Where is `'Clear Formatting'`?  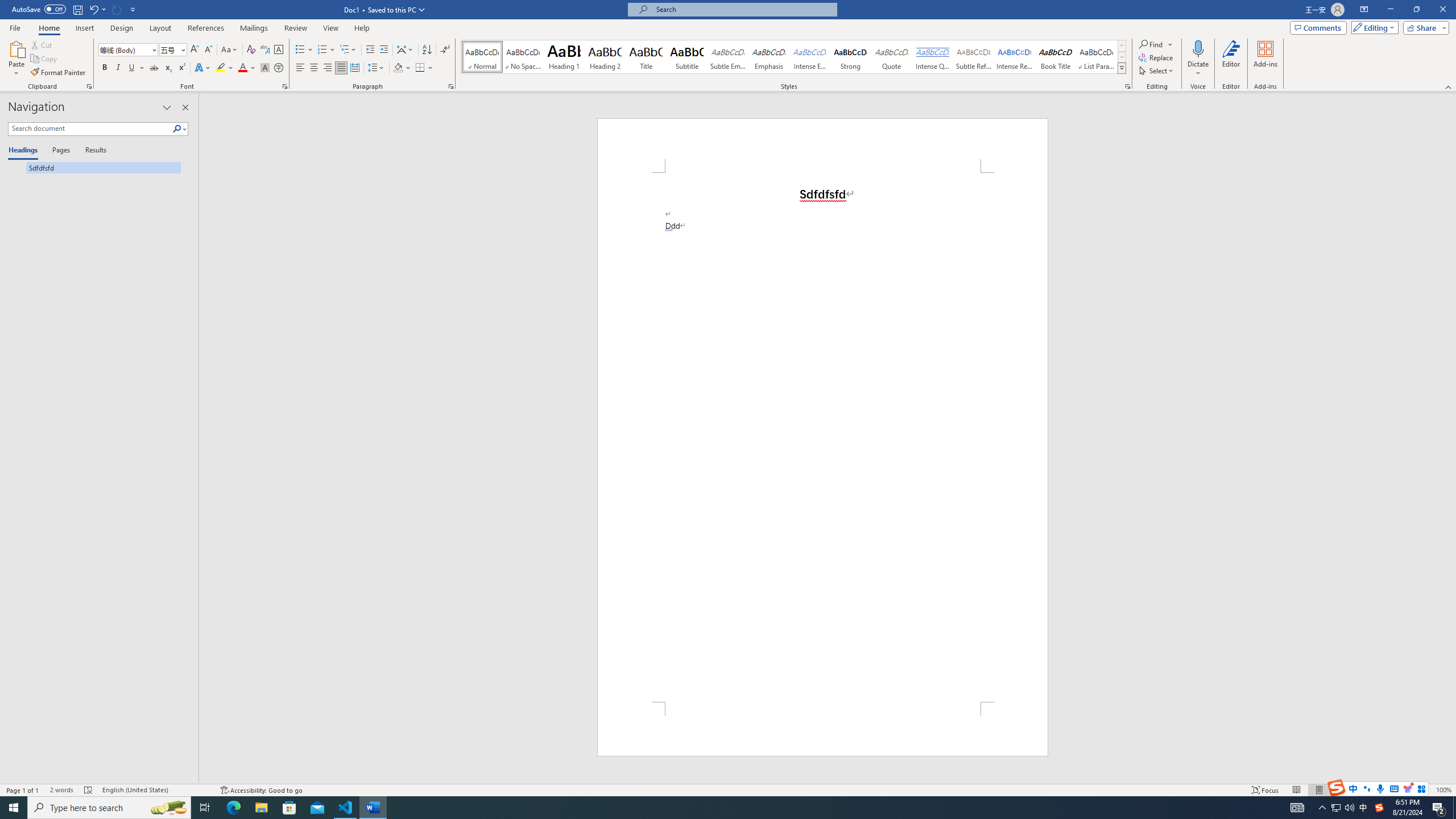
'Clear Formatting' is located at coordinates (250, 49).